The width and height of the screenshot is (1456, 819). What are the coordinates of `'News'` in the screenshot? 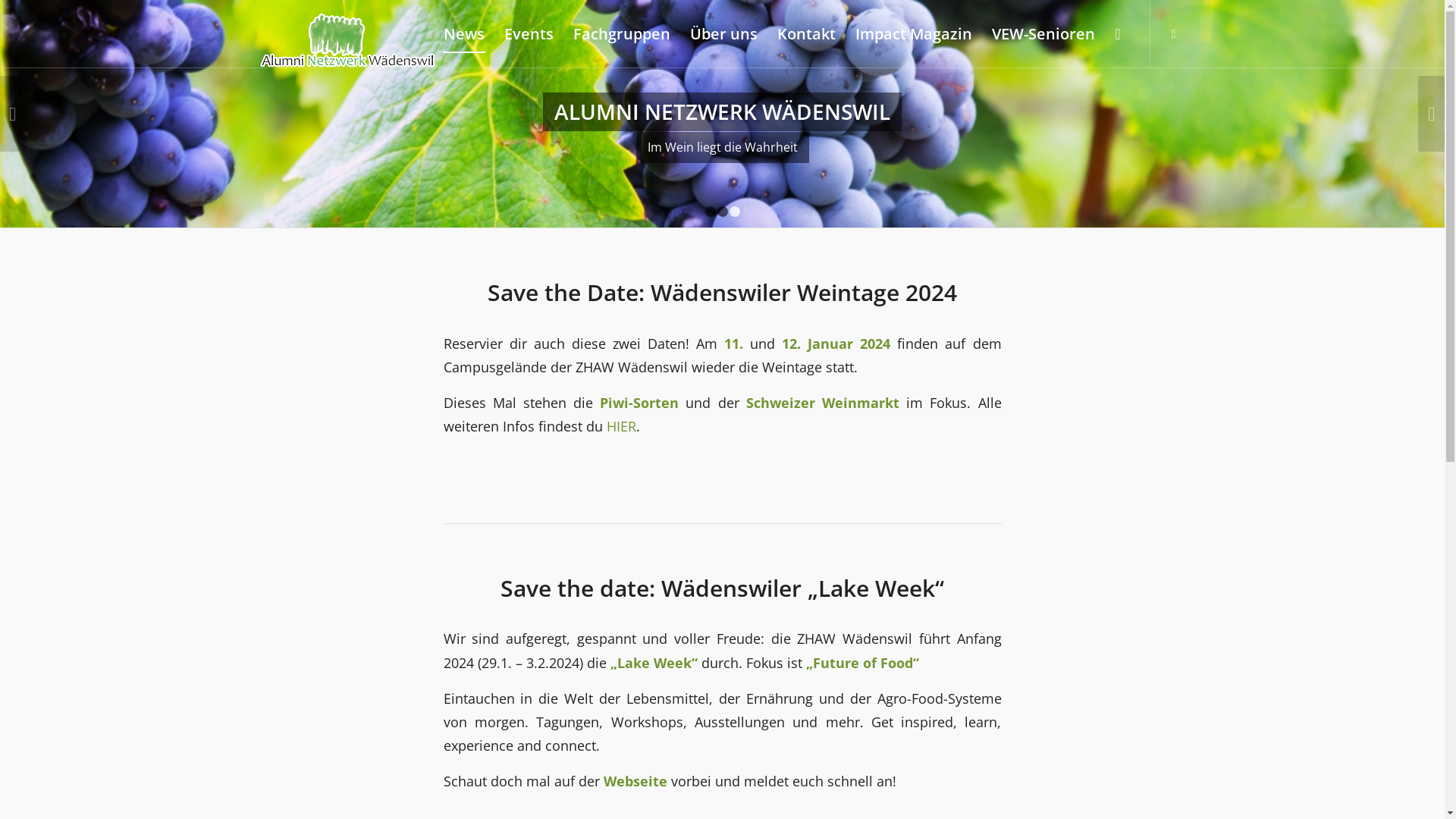 It's located at (463, 34).